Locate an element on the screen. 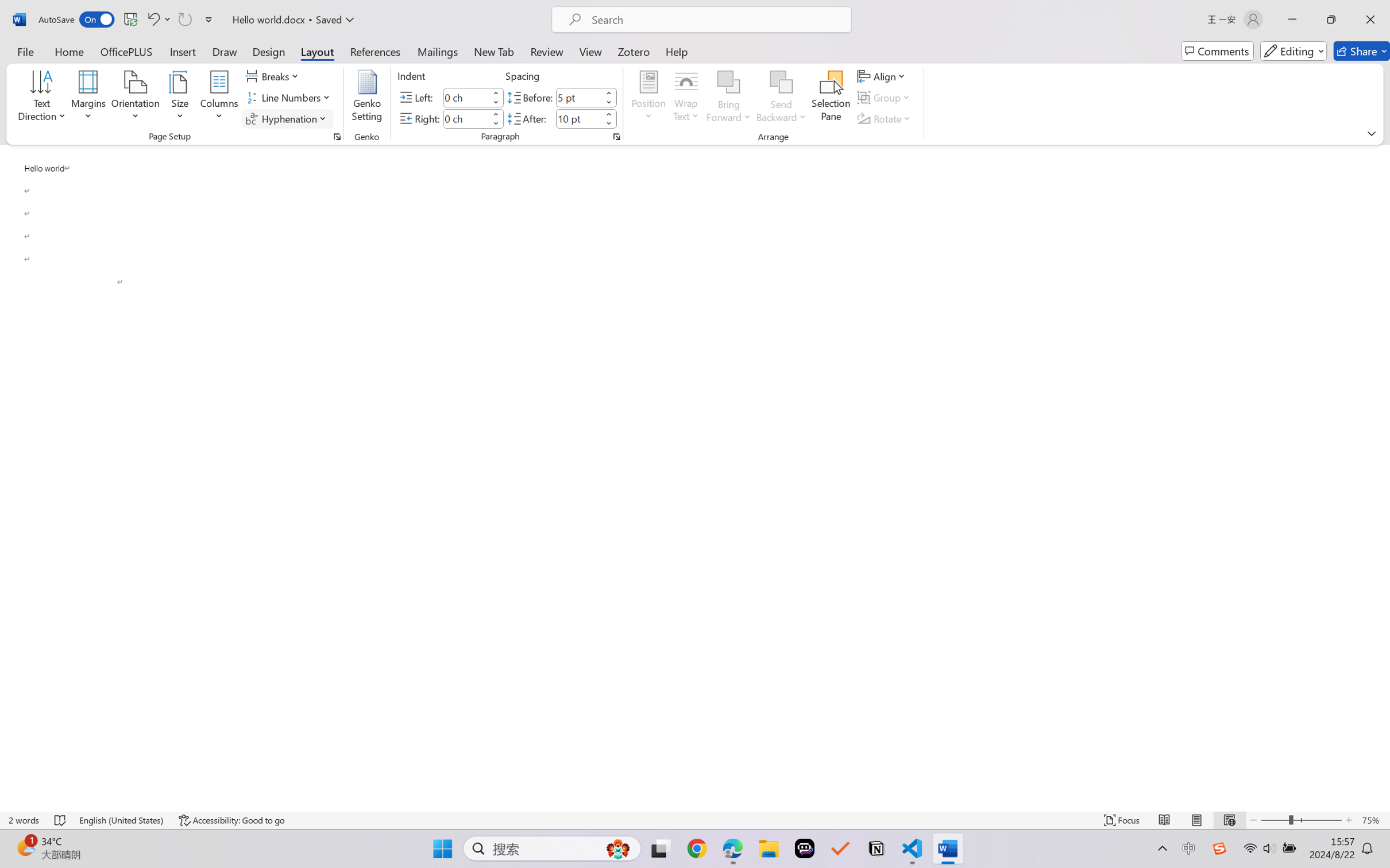 The height and width of the screenshot is (868, 1390). 'Undo Apply Quick Style Set' is located at coordinates (157, 19).